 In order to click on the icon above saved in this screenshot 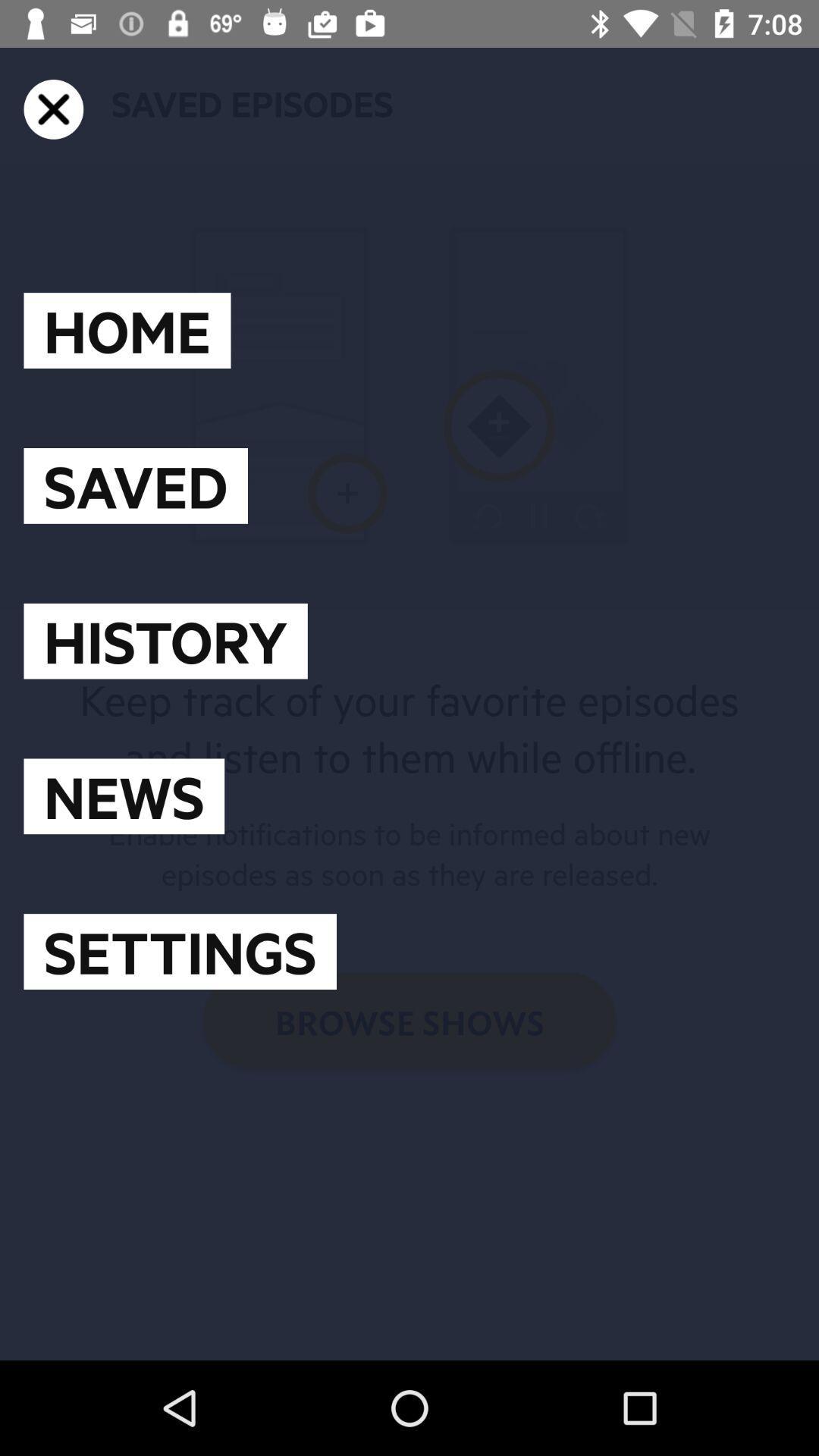, I will do `click(127, 330)`.